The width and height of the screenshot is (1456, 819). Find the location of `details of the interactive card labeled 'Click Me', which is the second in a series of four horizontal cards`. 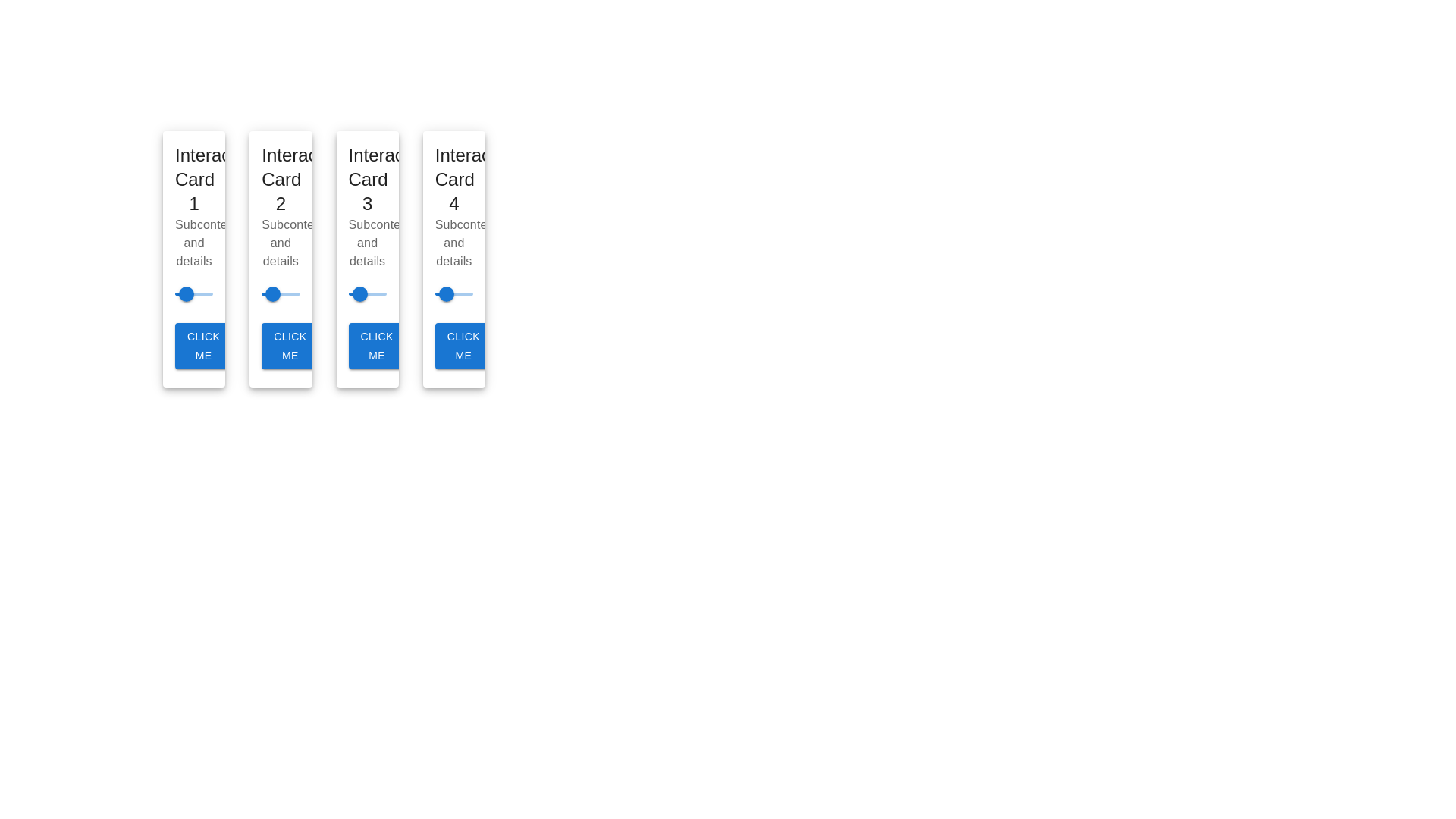

details of the interactive card labeled 'Click Me', which is the second in a series of four horizontal cards is located at coordinates (281, 259).